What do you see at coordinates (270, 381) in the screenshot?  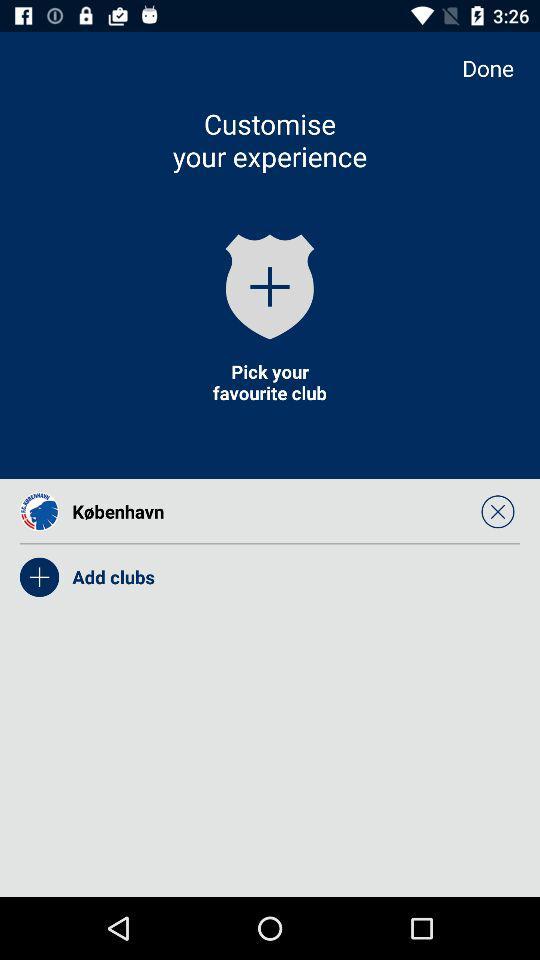 I see `pick your favourite icon` at bounding box center [270, 381].